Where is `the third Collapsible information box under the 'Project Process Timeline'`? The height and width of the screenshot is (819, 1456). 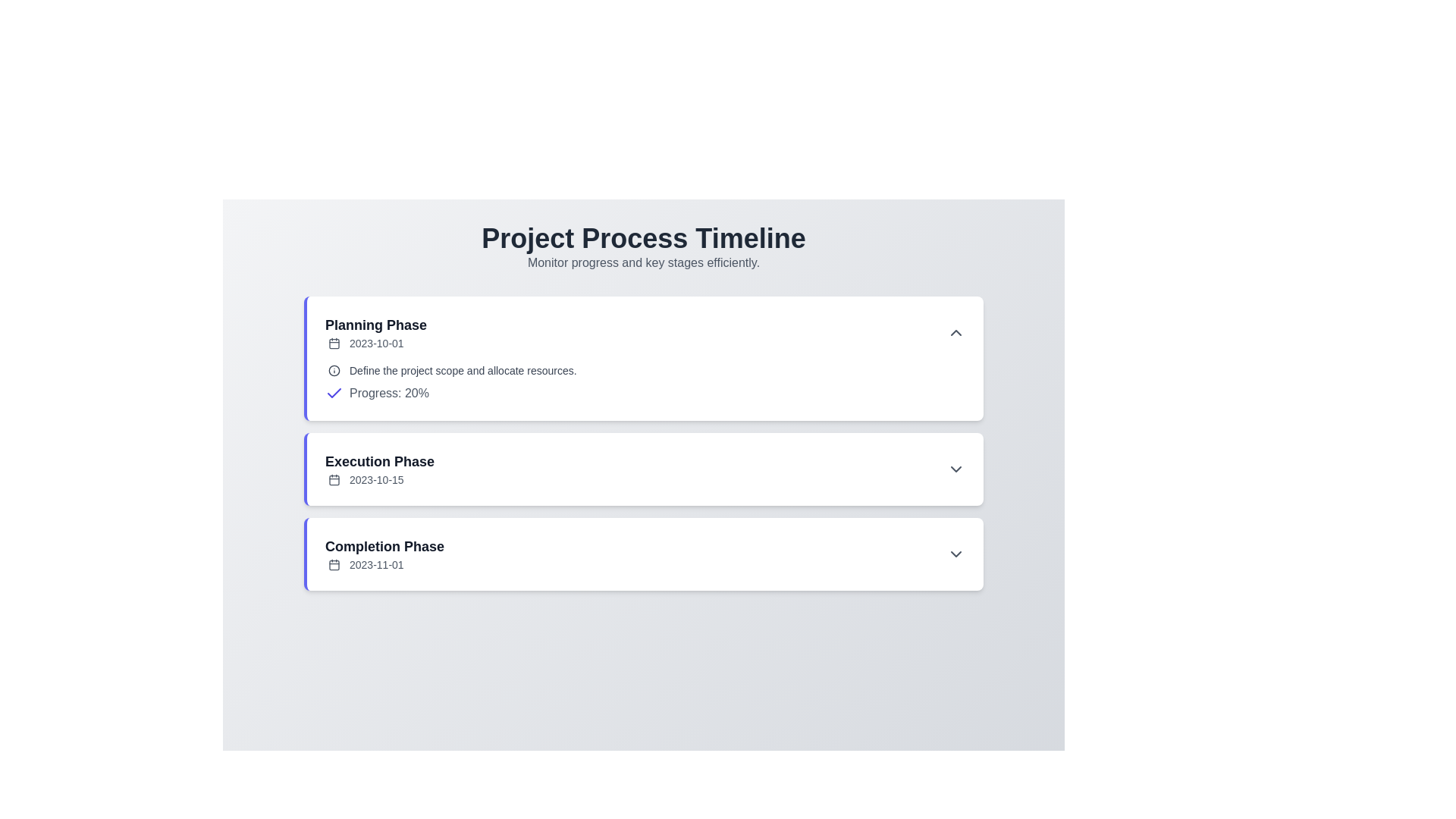
the third Collapsible information box under the 'Project Process Timeline' is located at coordinates (644, 554).